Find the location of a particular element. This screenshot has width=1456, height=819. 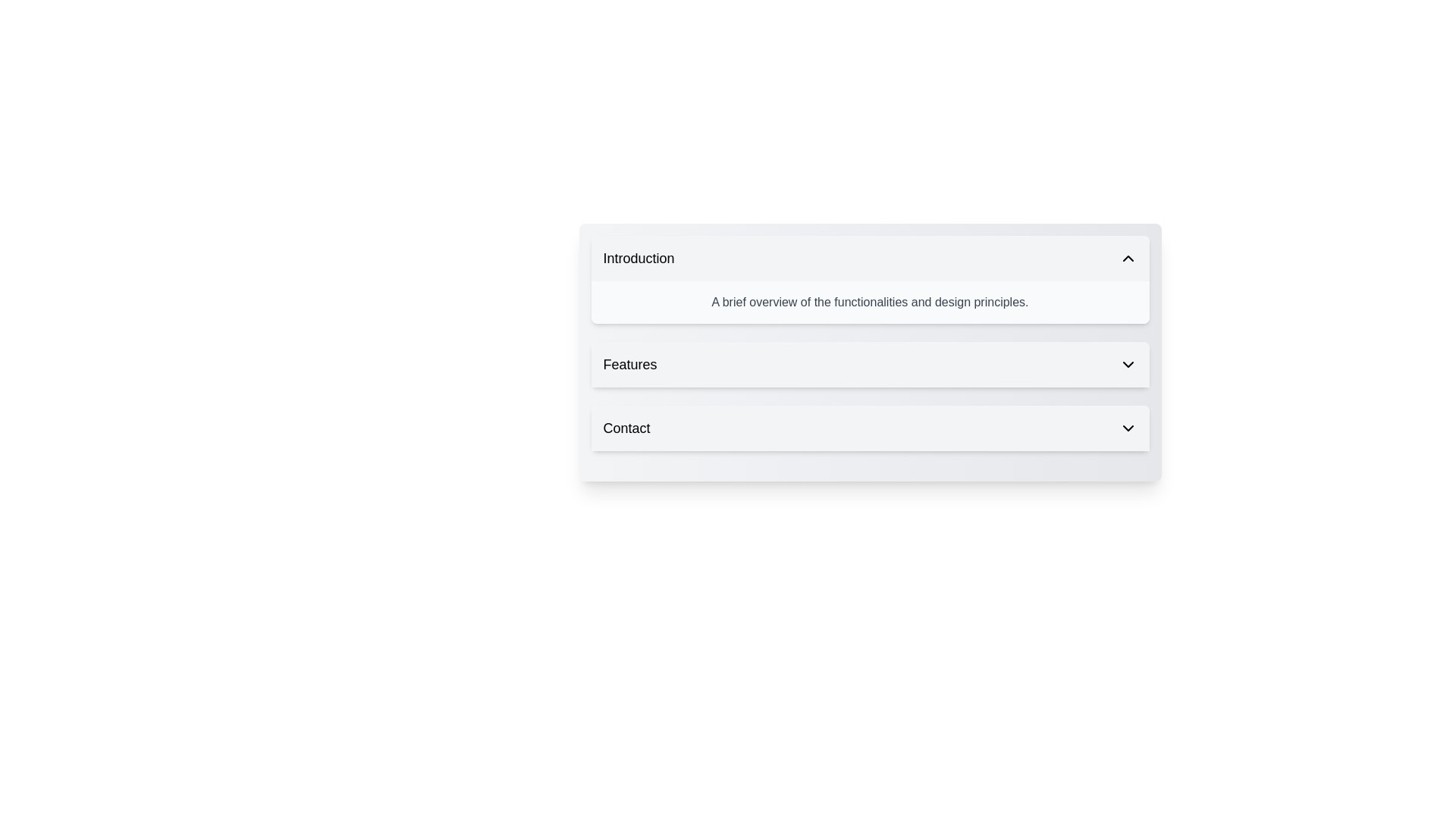

the chevron-shaped icon pointing upwards located at the far-right end of the 'Introduction' section is located at coordinates (1128, 257).